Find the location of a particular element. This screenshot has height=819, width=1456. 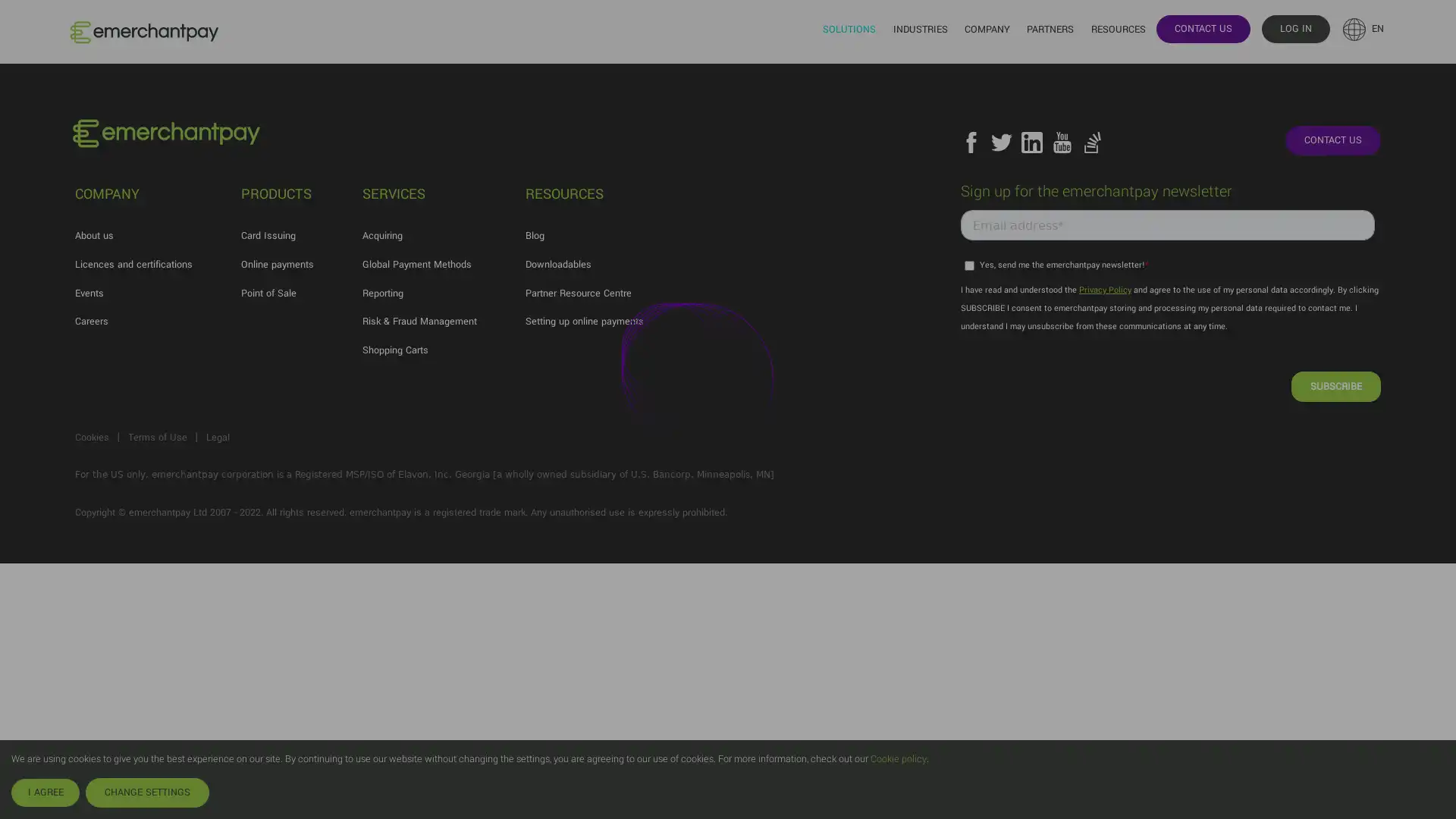

I AGREE is located at coordinates (45, 792).